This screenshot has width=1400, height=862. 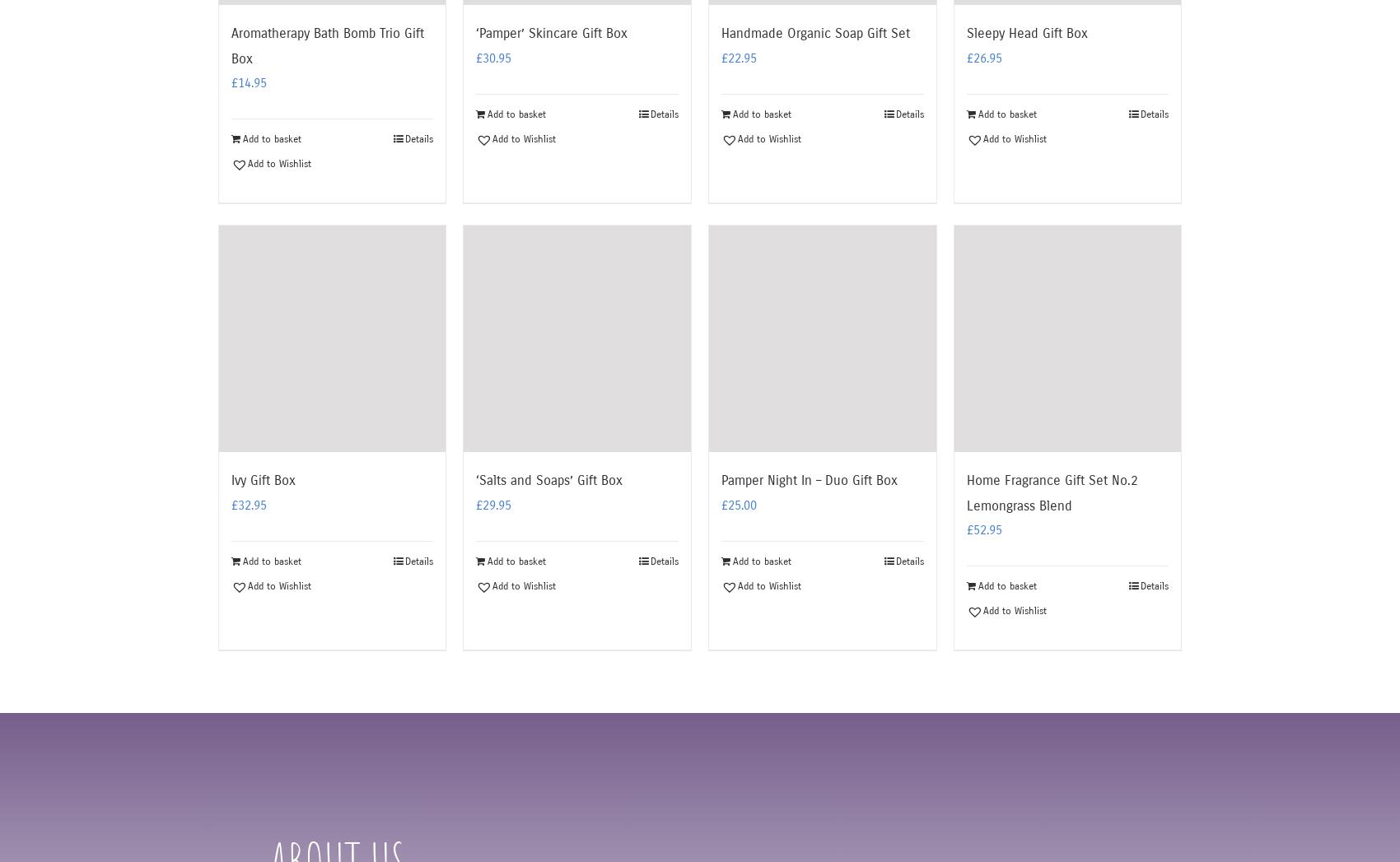 I want to click on '‘Salts and Soaps’ Gift Box', so click(x=549, y=479).